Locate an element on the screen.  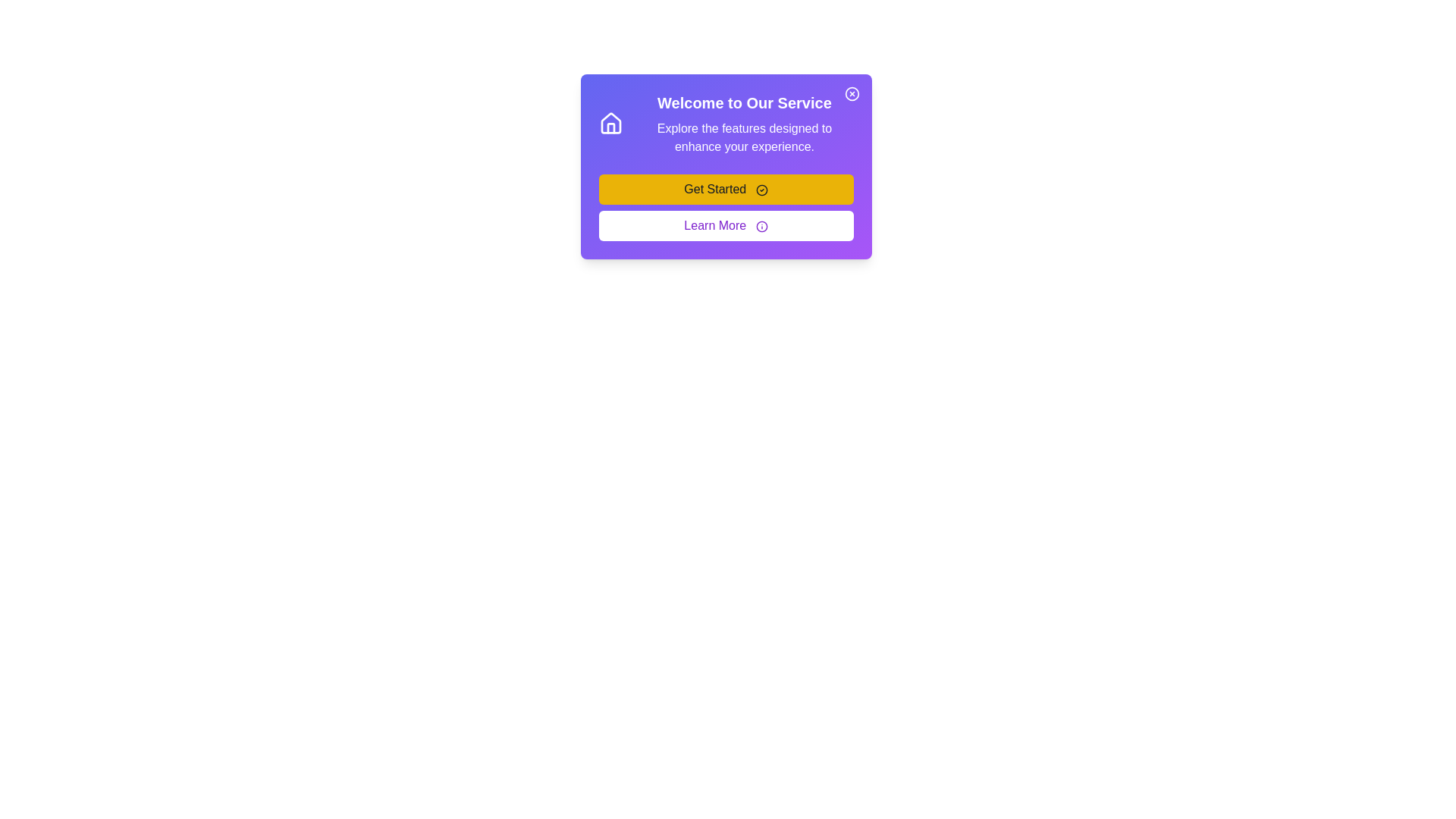
the 'Learn More' button, which has rounded edges, a white background, purple text, and a purple 'i' icon on its right is located at coordinates (725, 225).